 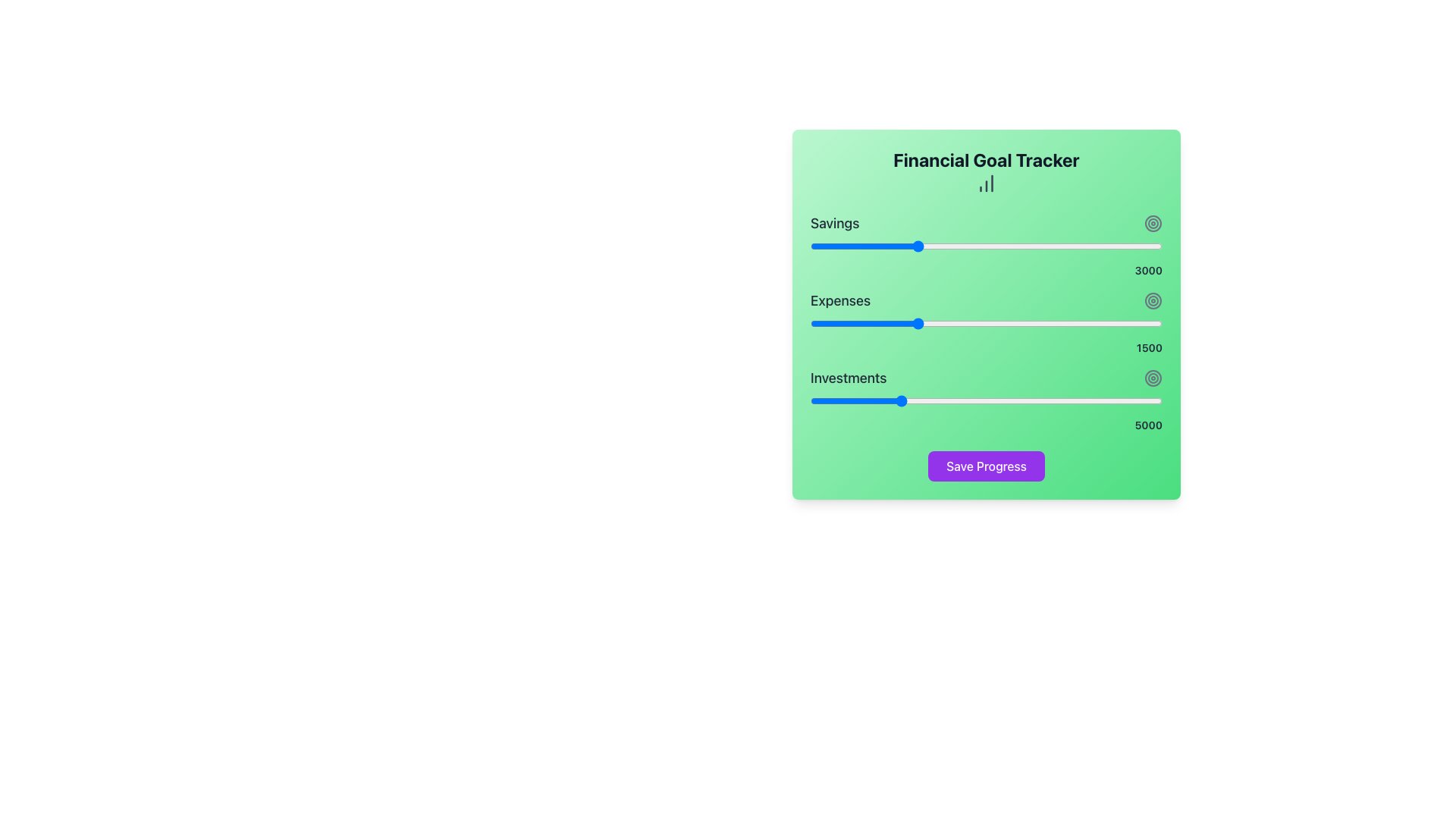 What do you see at coordinates (1060, 323) in the screenshot?
I see `the expenses slider` at bounding box center [1060, 323].